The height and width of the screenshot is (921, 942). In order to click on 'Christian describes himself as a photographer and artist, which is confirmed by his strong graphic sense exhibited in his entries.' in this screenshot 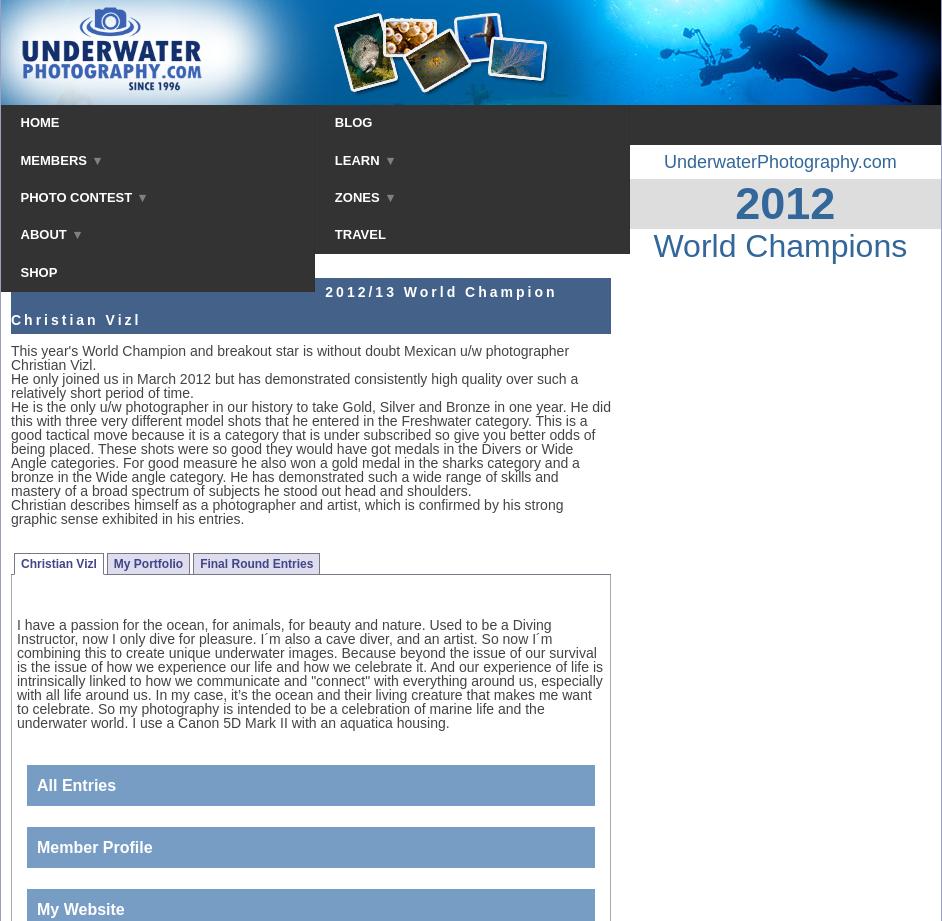, I will do `click(287, 510)`.